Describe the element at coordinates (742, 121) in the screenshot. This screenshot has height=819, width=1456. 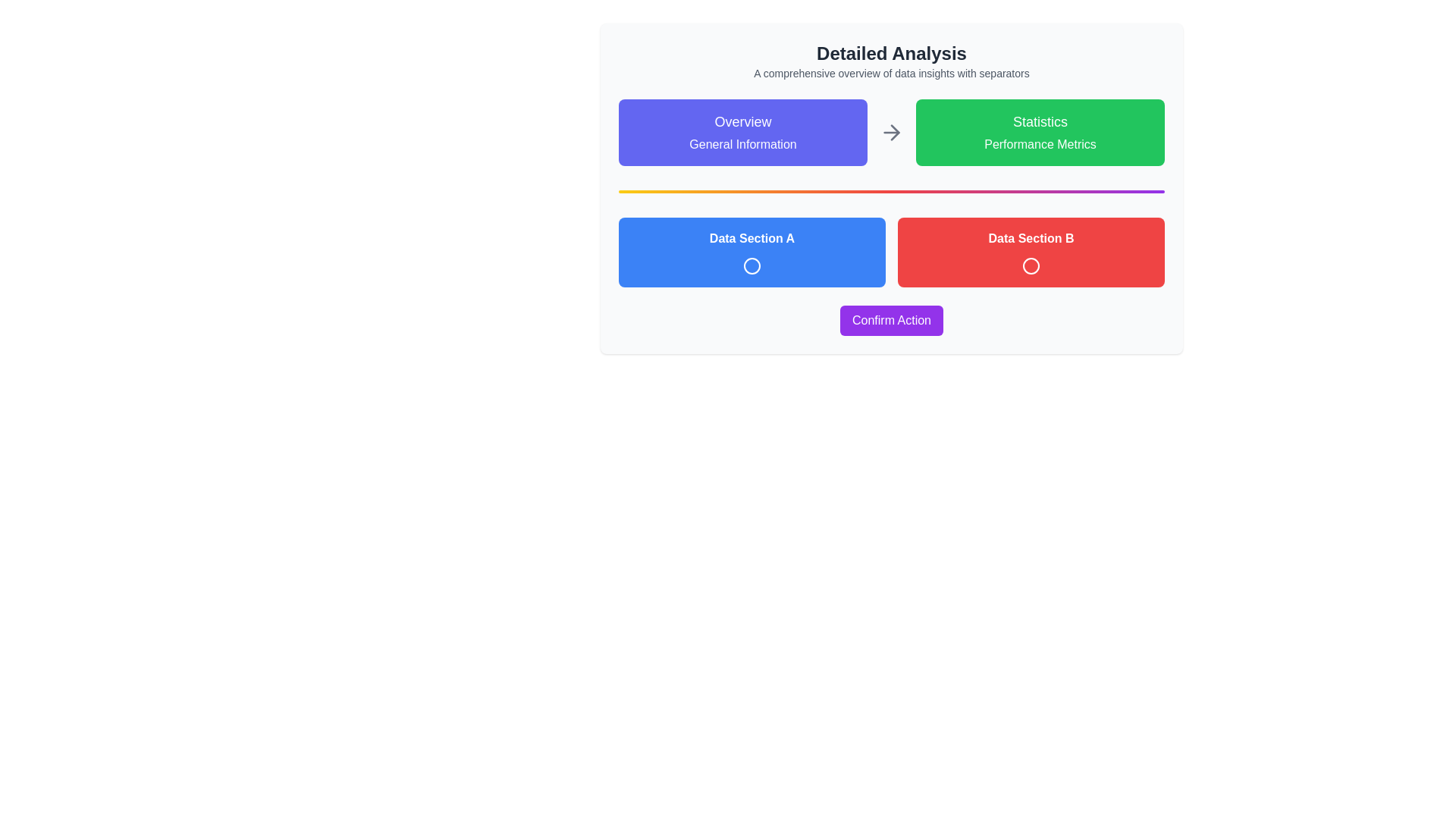
I see `the 'Overview' text label, which is styled with a large font size and semi-bold weight, located at the top of a blue rectangular button-like area in the leftmost of two adjacent boxes` at that location.